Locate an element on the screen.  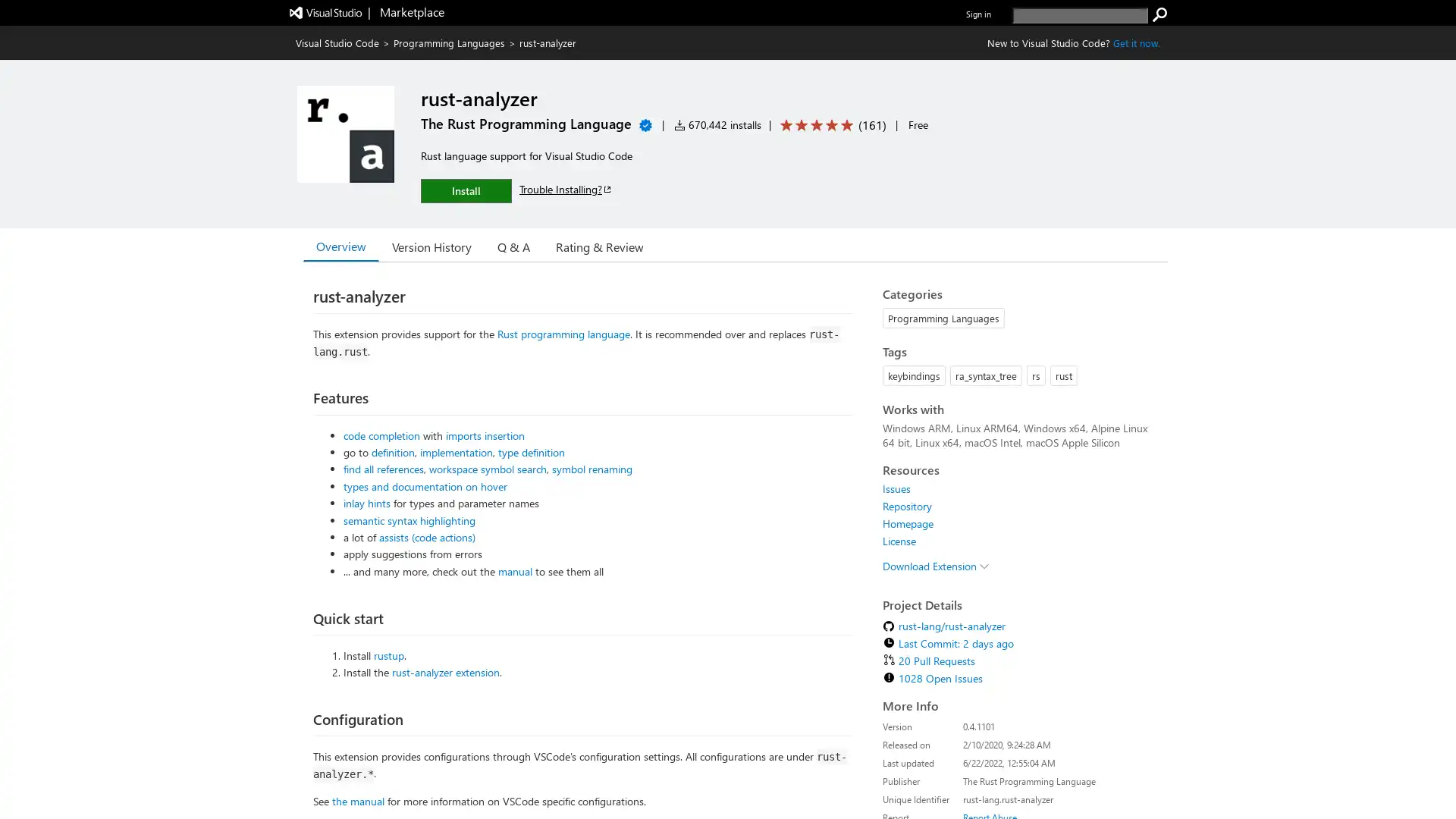
search is located at coordinates (1159, 14).